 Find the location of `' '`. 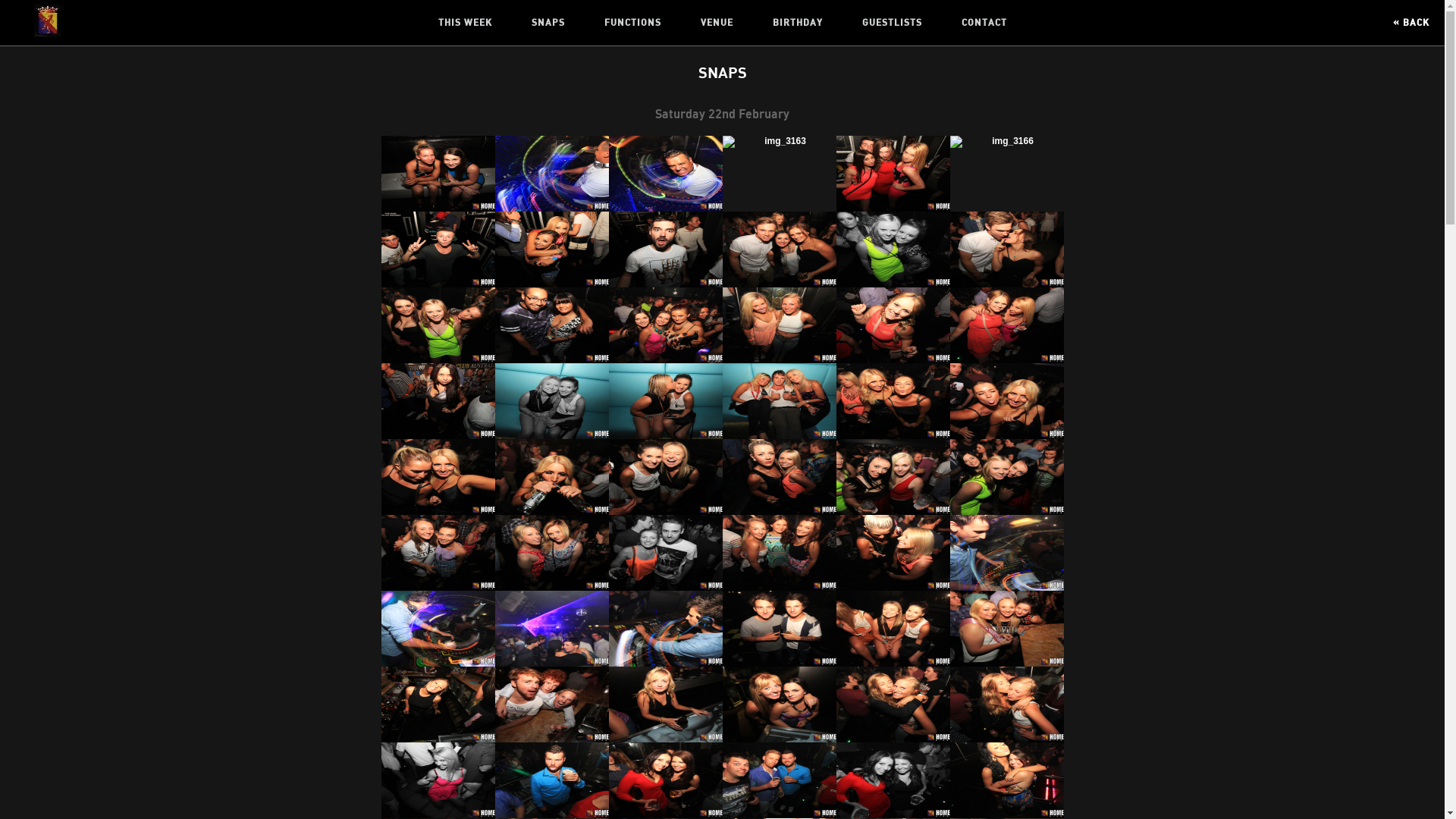

' ' is located at coordinates (436, 172).